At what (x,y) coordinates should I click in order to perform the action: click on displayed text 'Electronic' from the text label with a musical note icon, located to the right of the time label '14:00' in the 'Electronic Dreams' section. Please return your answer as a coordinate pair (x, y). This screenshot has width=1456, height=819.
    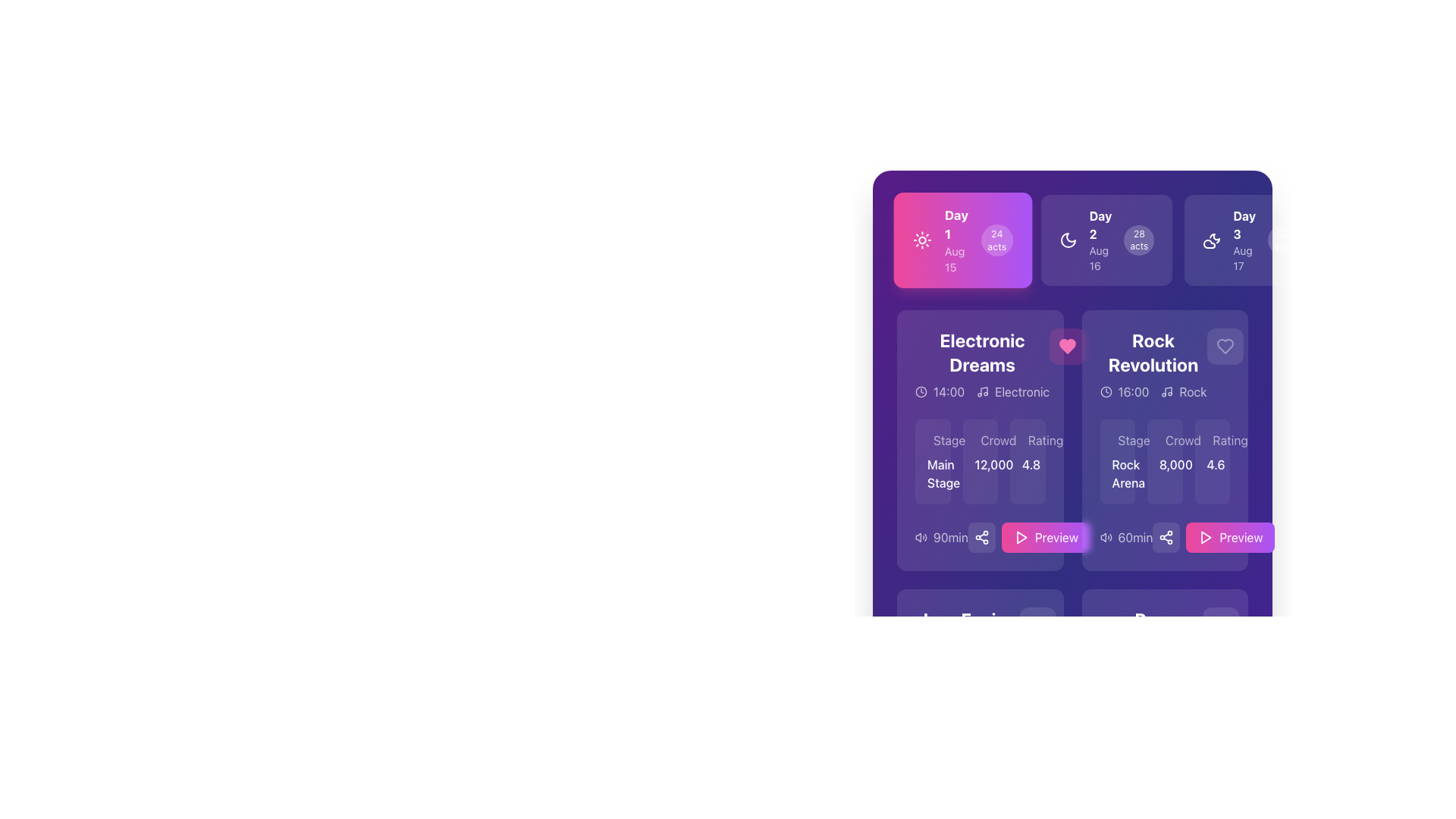
    Looking at the image, I should click on (1013, 391).